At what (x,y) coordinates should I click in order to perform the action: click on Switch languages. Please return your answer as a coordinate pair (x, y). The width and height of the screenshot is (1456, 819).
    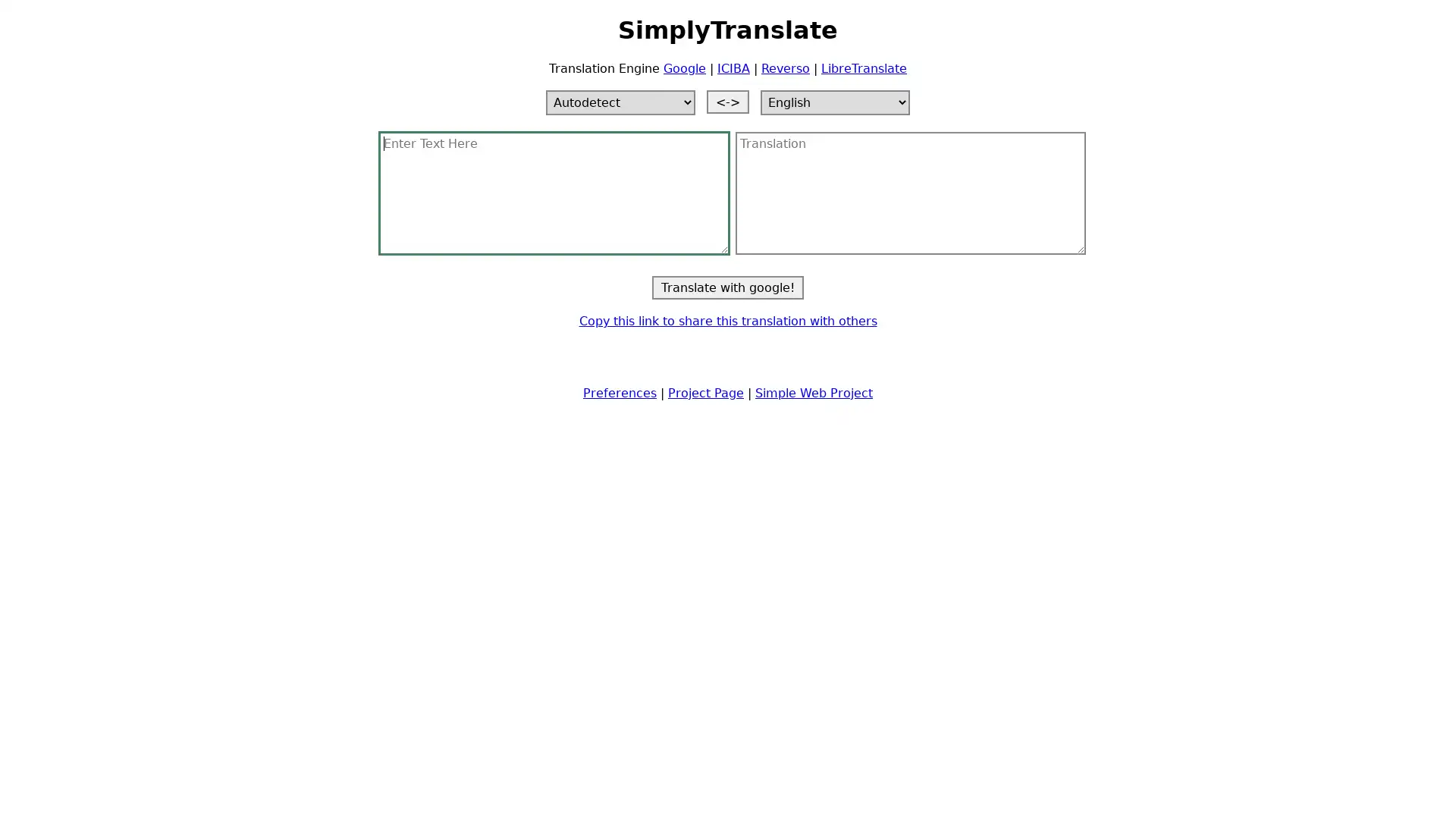
    Looking at the image, I should click on (728, 101).